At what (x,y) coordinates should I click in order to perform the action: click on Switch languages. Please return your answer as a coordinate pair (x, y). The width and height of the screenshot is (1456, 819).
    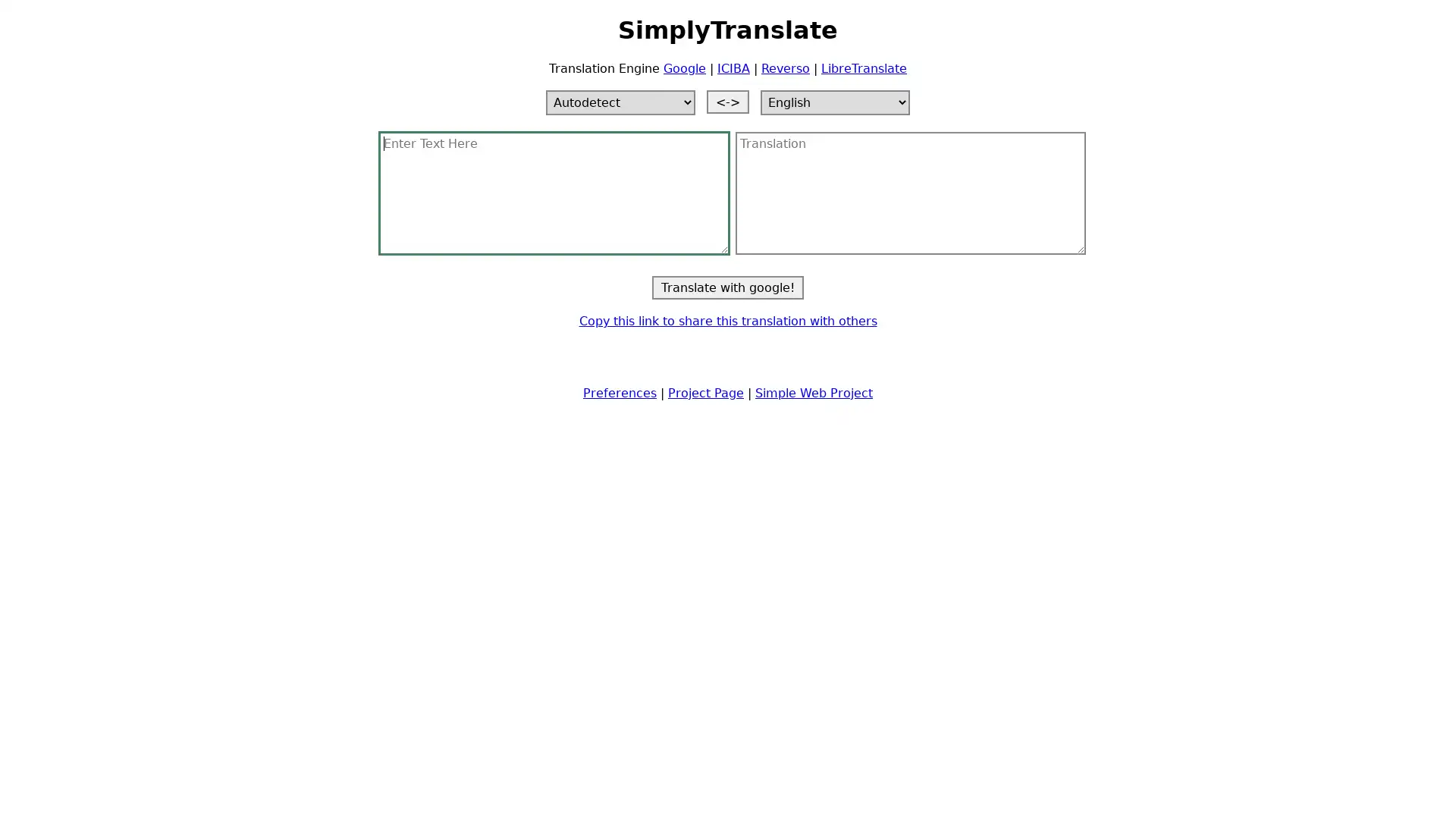
    Looking at the image, I should click on (728, 101).